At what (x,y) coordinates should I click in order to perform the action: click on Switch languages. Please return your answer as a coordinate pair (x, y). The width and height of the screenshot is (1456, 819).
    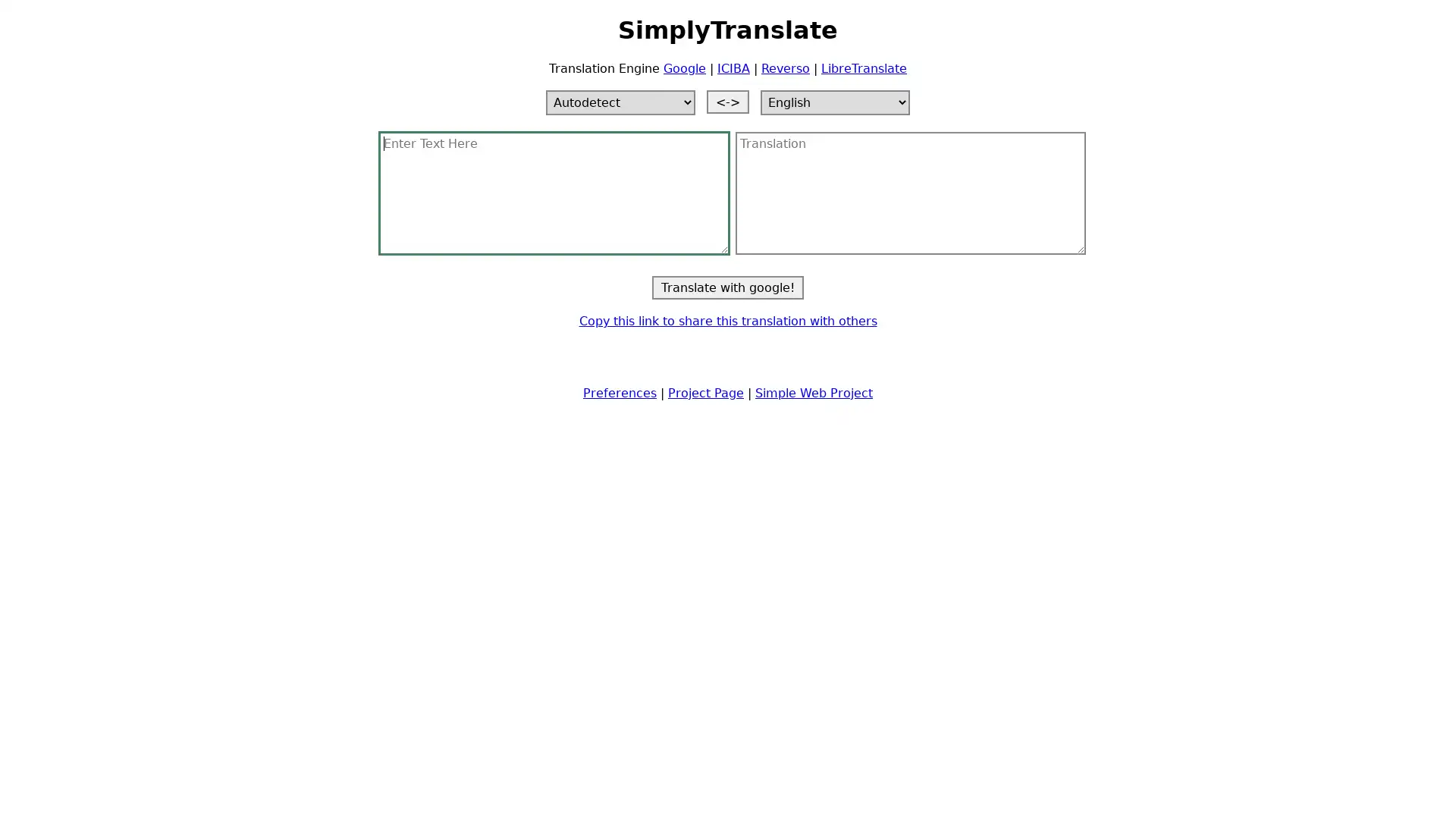
    Looking at the image, I should click on (728, 101).